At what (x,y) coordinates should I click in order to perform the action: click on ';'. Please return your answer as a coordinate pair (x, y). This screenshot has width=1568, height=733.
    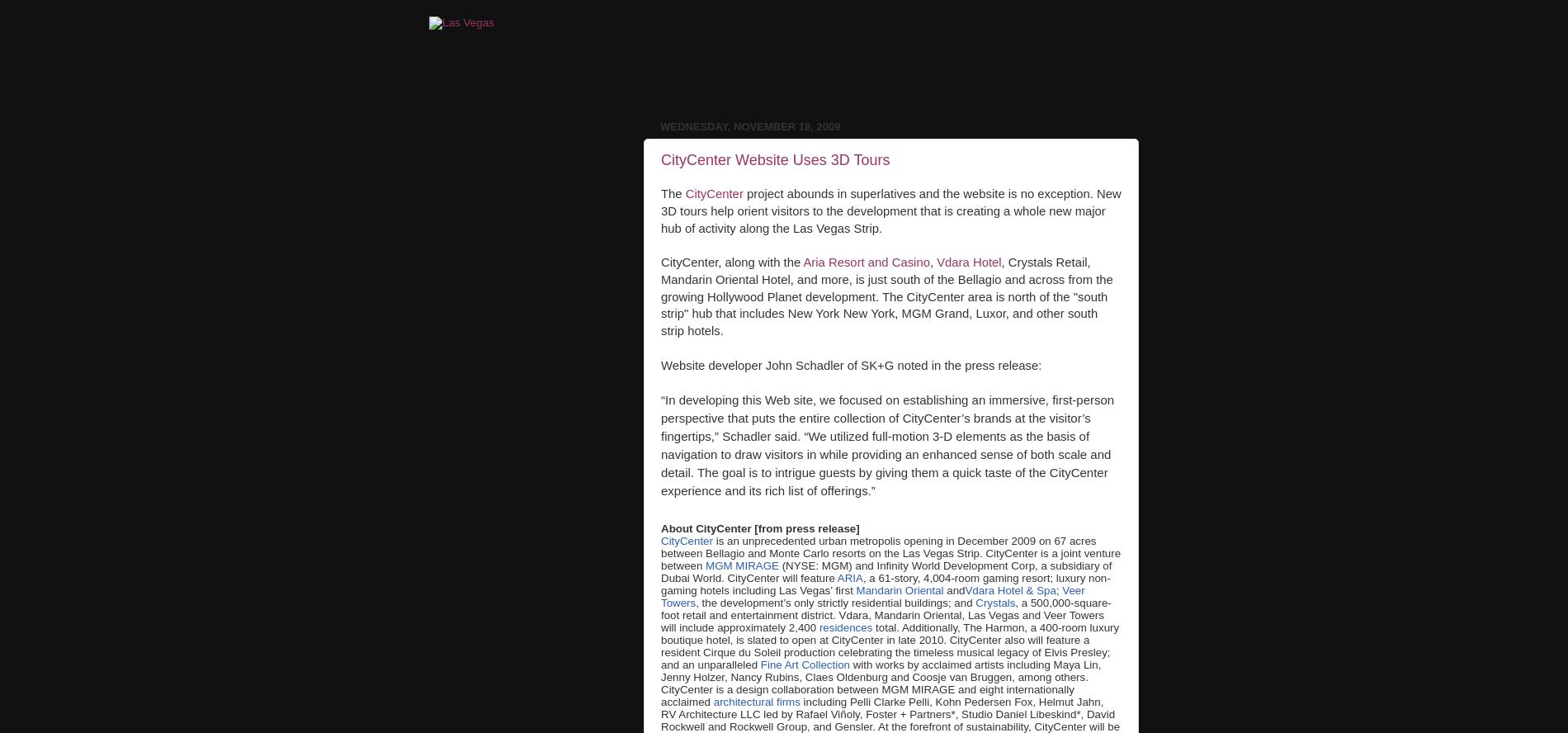
    Looking at the image, I should click on (1058, 590).